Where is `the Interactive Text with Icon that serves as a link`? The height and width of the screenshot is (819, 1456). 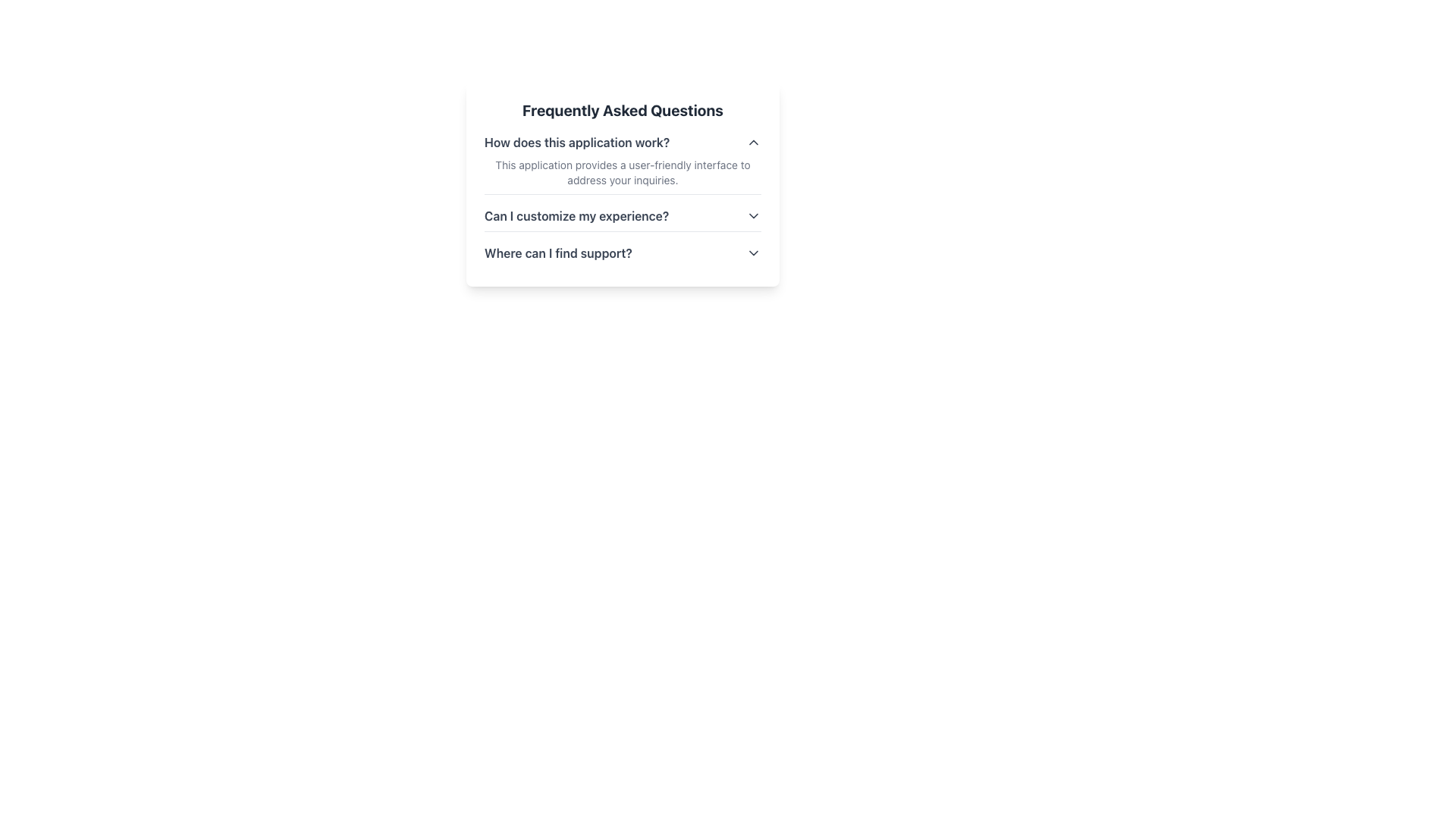 the Interactive Text with Icon that serves as a link is located at coordinates (623, 256).